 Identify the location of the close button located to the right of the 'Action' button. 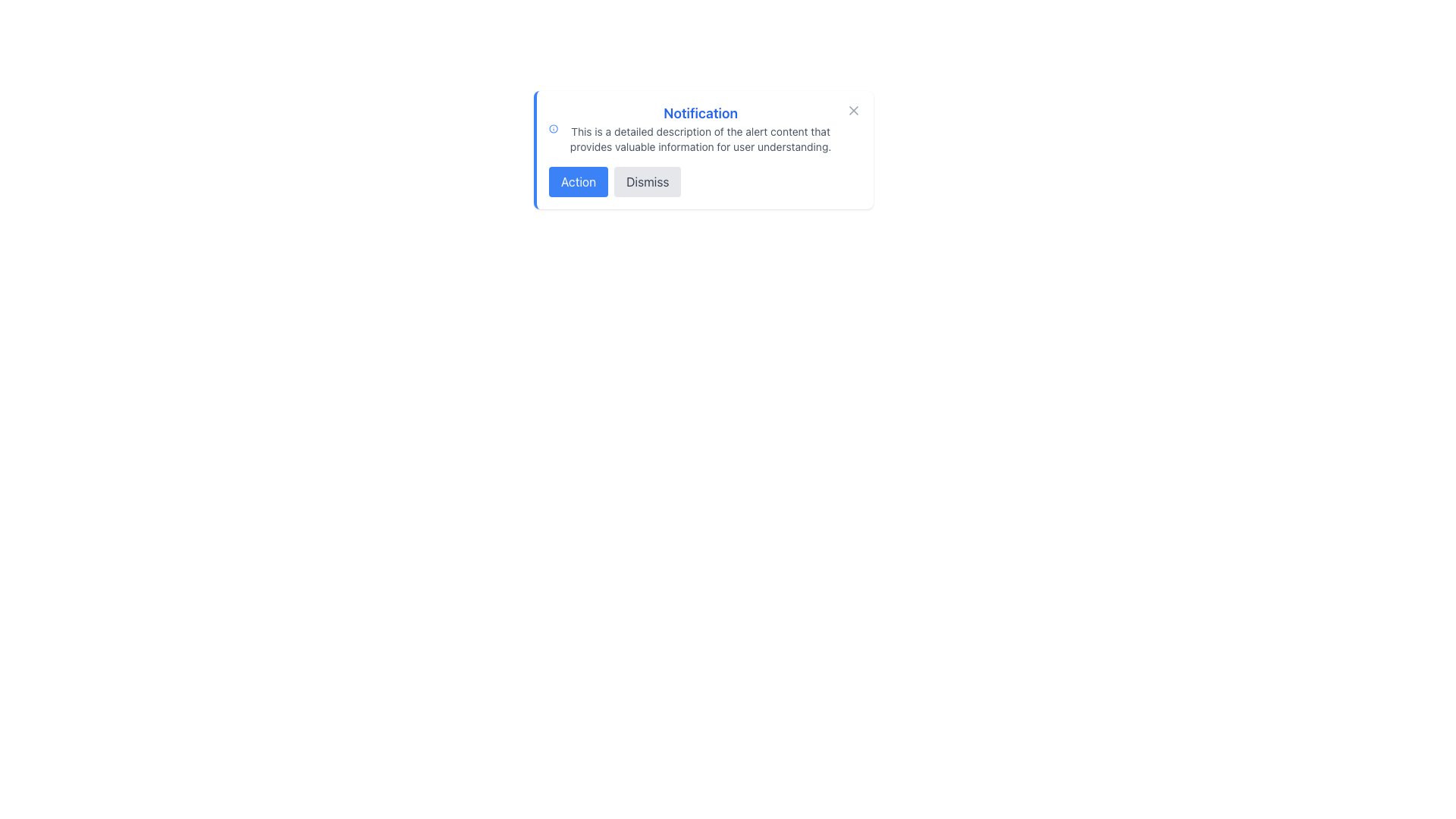
(648, 180).